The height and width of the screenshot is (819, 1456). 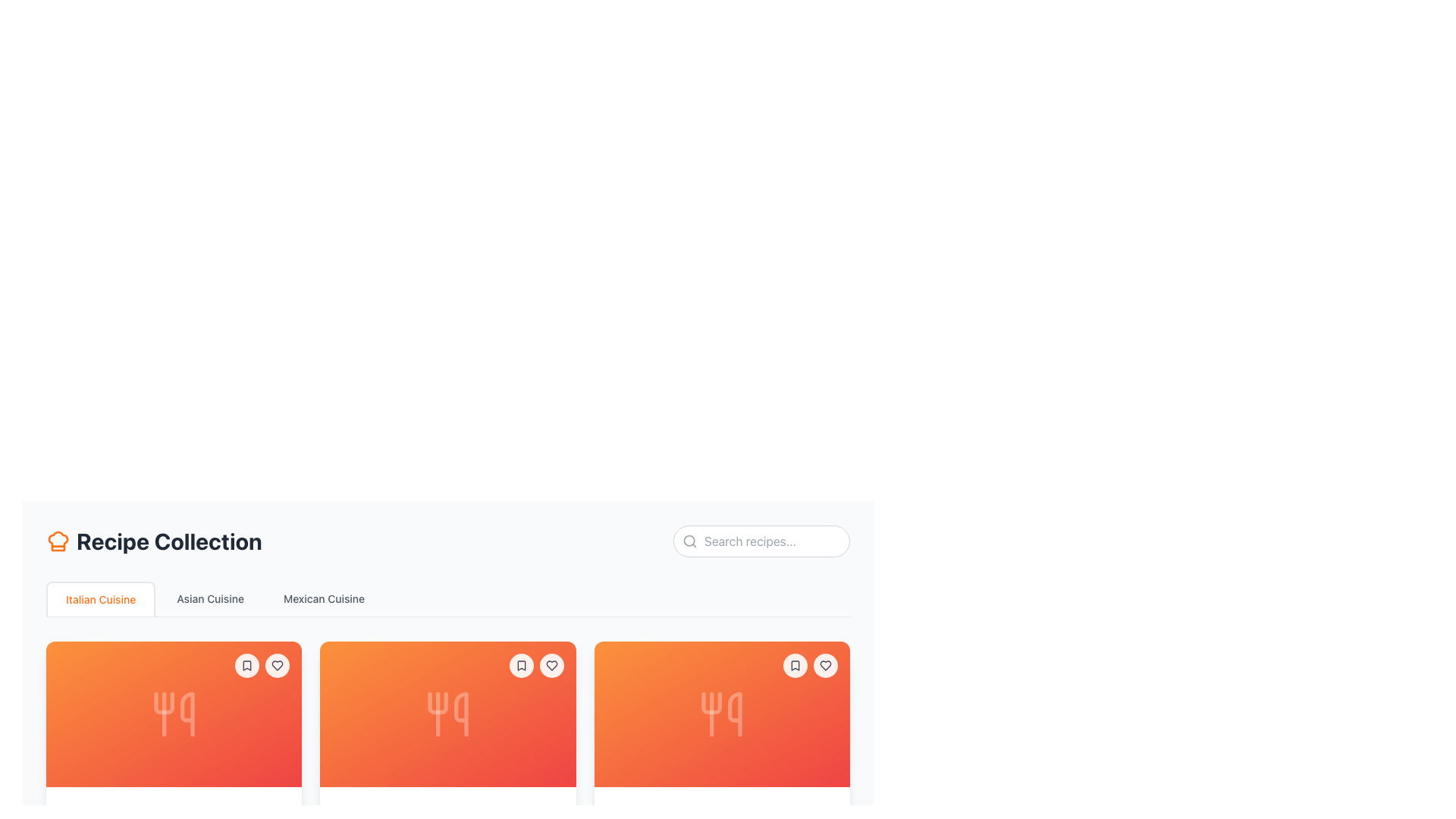 What do you see at coordinates (278, 665) in the screenshot?
I see `the button in the top-right corner of the first recipe card` at bounding box center [278, 665].